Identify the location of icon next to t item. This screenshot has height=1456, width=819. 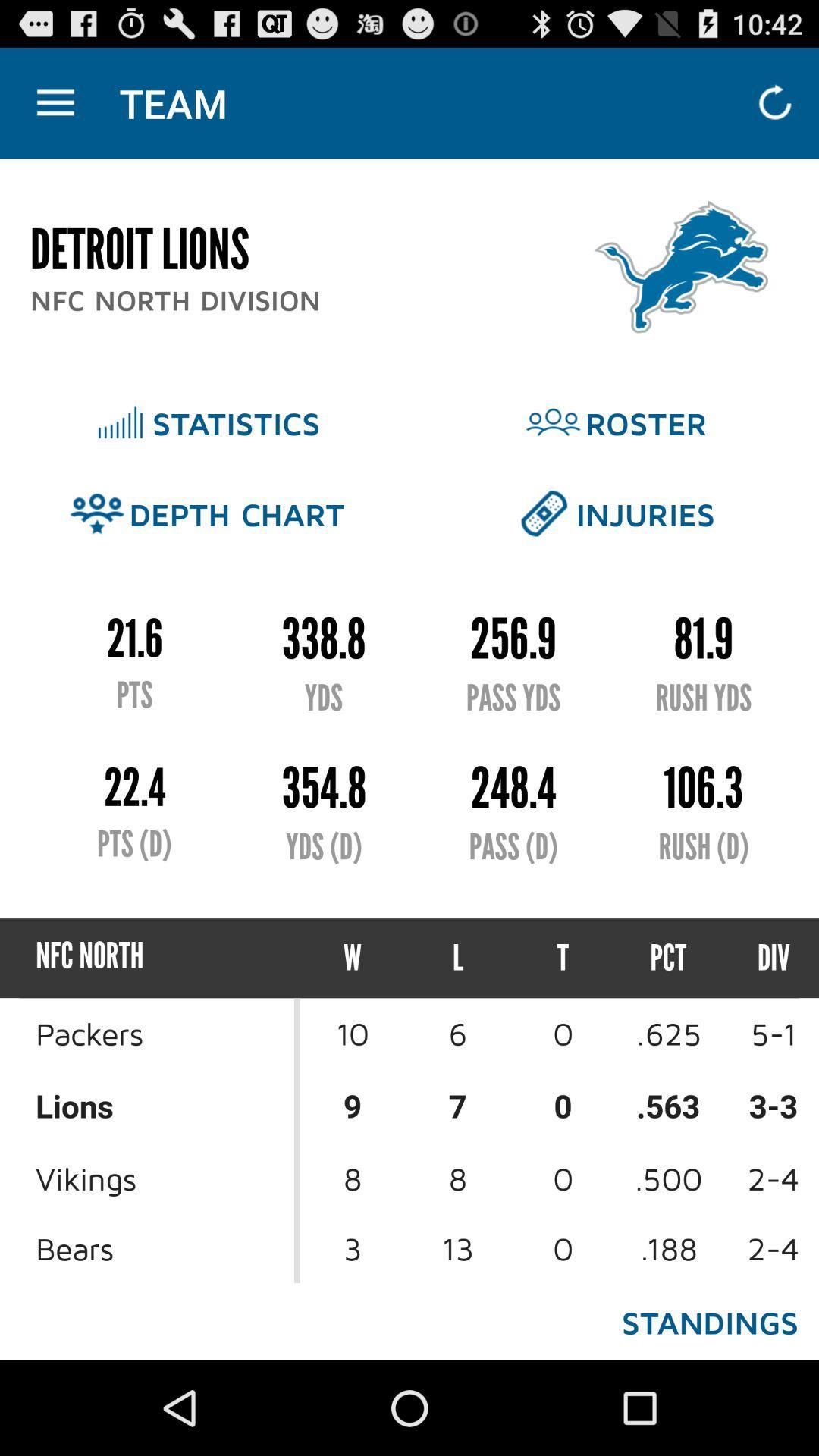
(667, 957).